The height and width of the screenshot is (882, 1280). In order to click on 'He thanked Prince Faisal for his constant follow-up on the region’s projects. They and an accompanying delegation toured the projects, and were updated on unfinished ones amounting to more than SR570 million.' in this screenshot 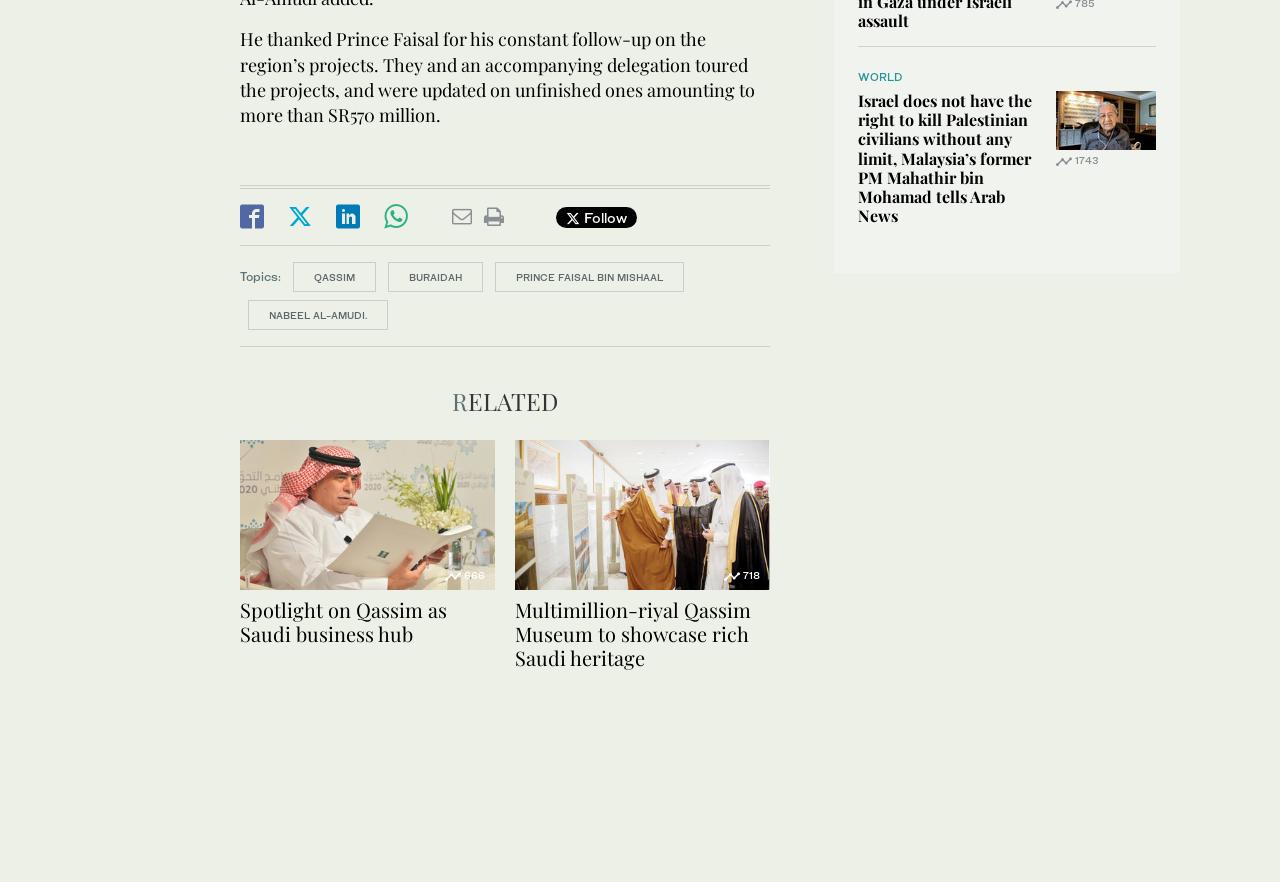, I will do `click(240, 76)`.